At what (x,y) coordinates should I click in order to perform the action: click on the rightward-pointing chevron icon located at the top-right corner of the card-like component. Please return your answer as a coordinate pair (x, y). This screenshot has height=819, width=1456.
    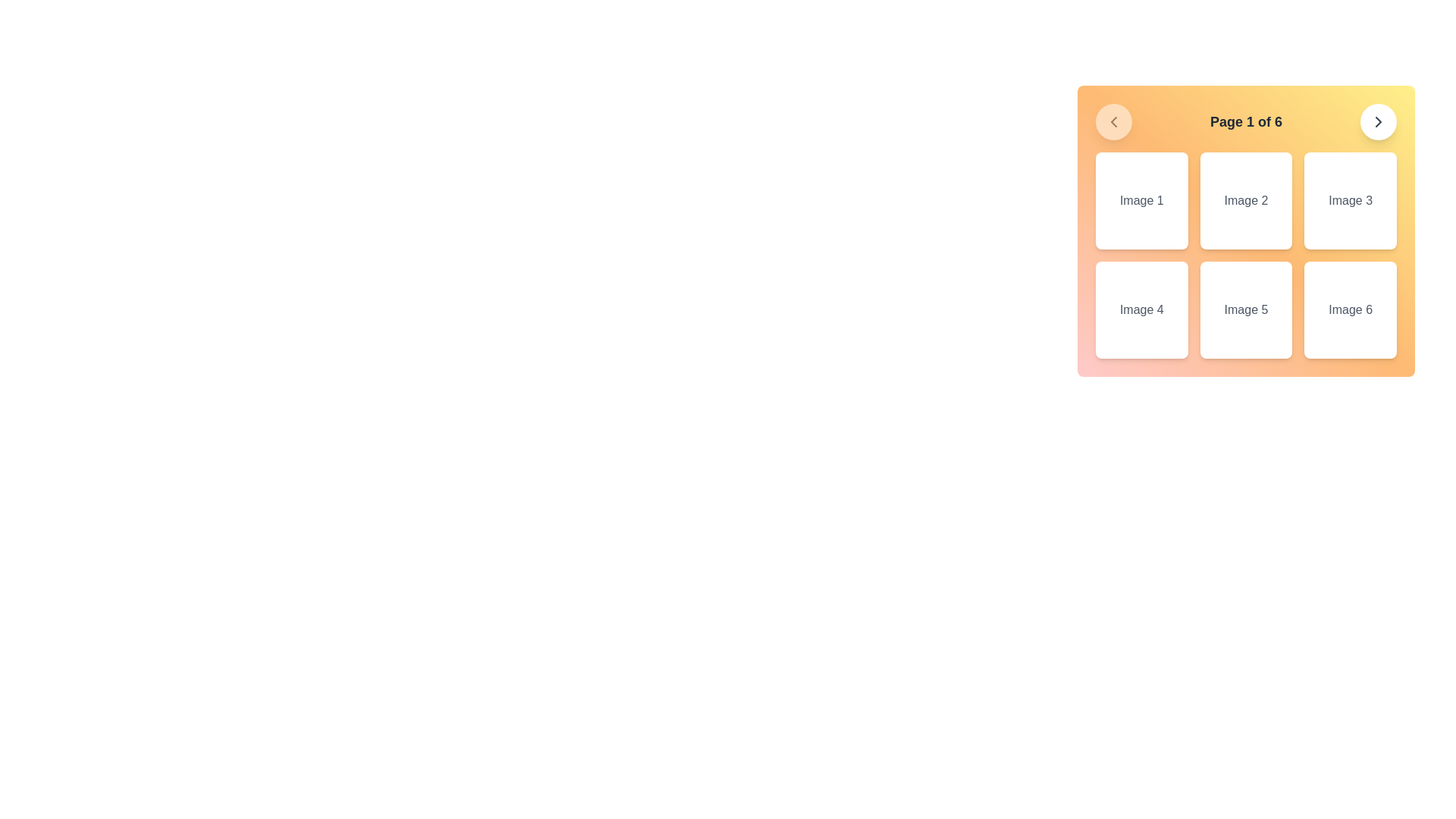
    Looking at the image, I should click on (1379, 121).